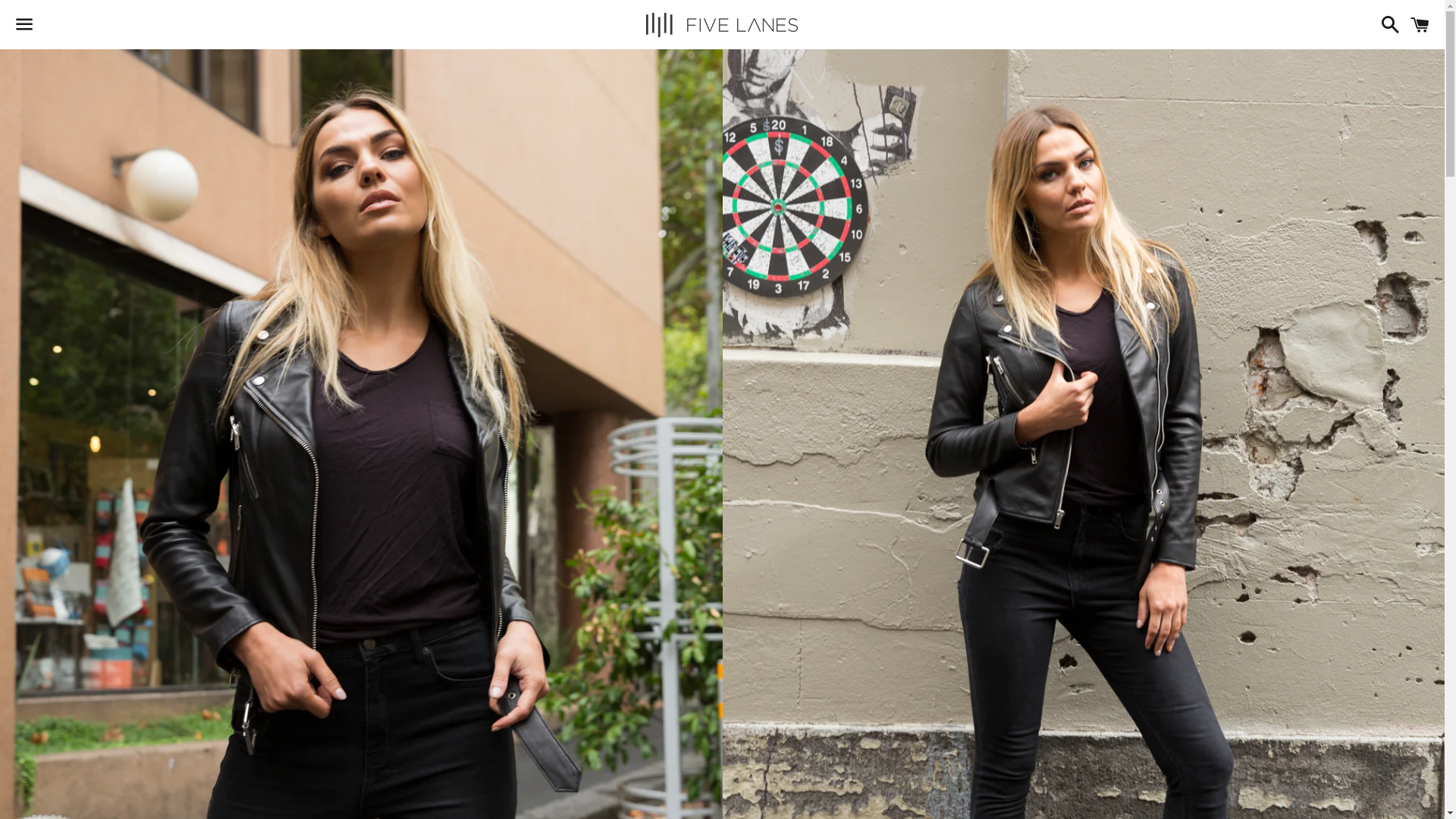  Describe the element at coordinates (24, 25) in the screenshot. I see `'Menu'` at that location.